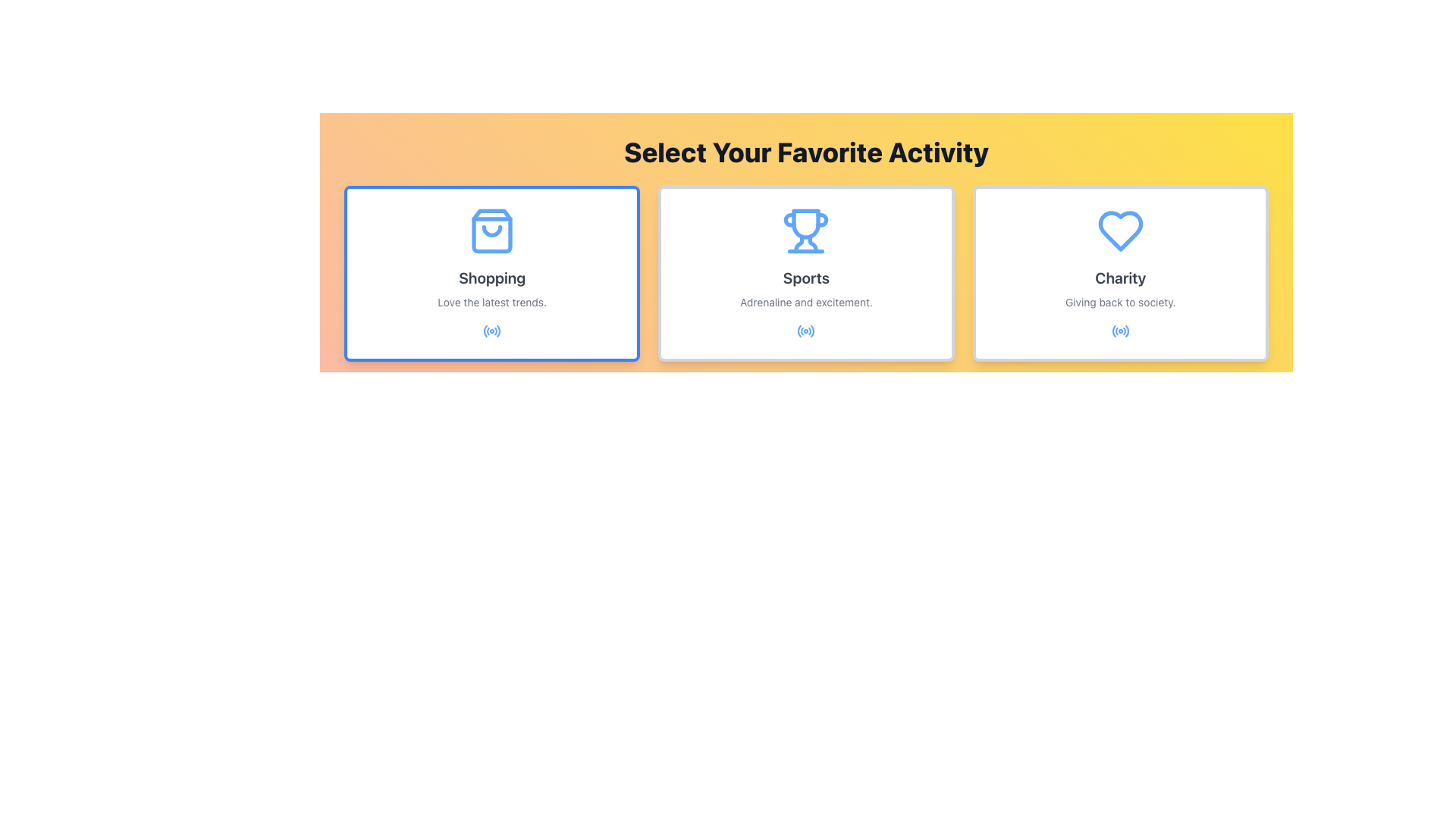 The image size is (1456, 819). I want to click on the blue curved line forming an arc, which is part of the graphic representation below the 'Sports' card in the center of the interface, so click(812, 330).